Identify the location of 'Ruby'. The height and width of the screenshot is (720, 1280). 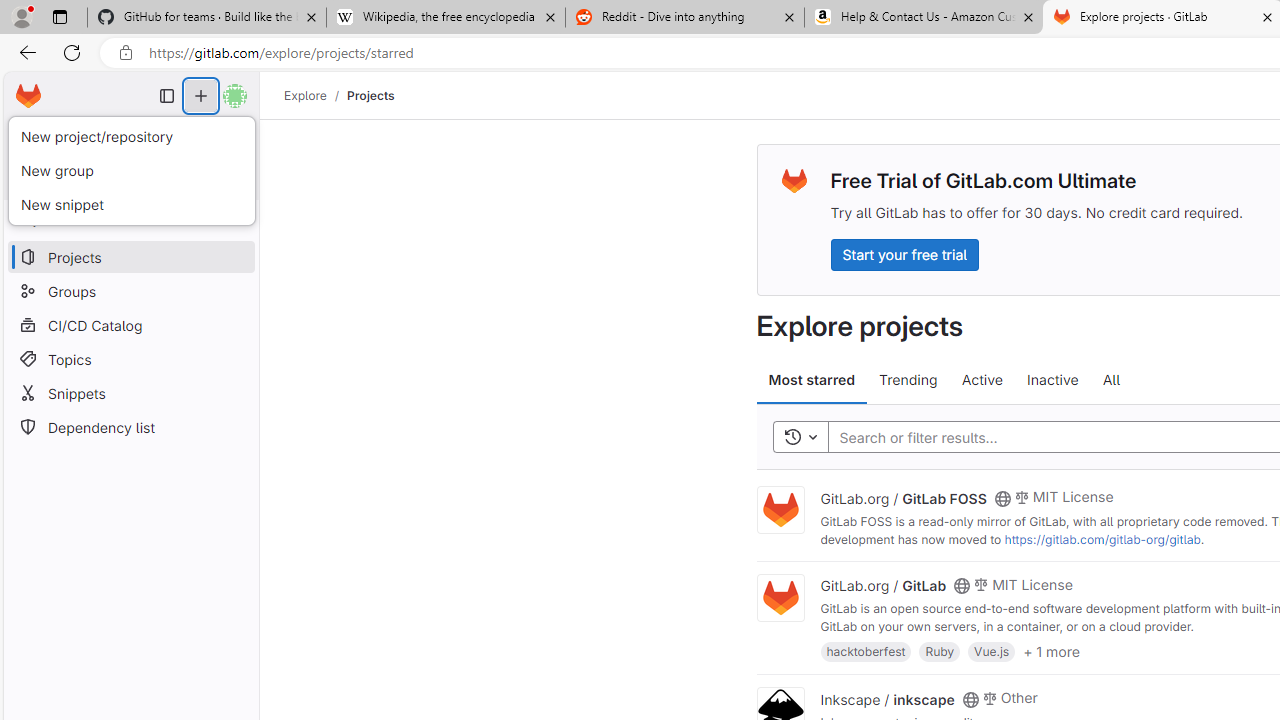
(939, 651).